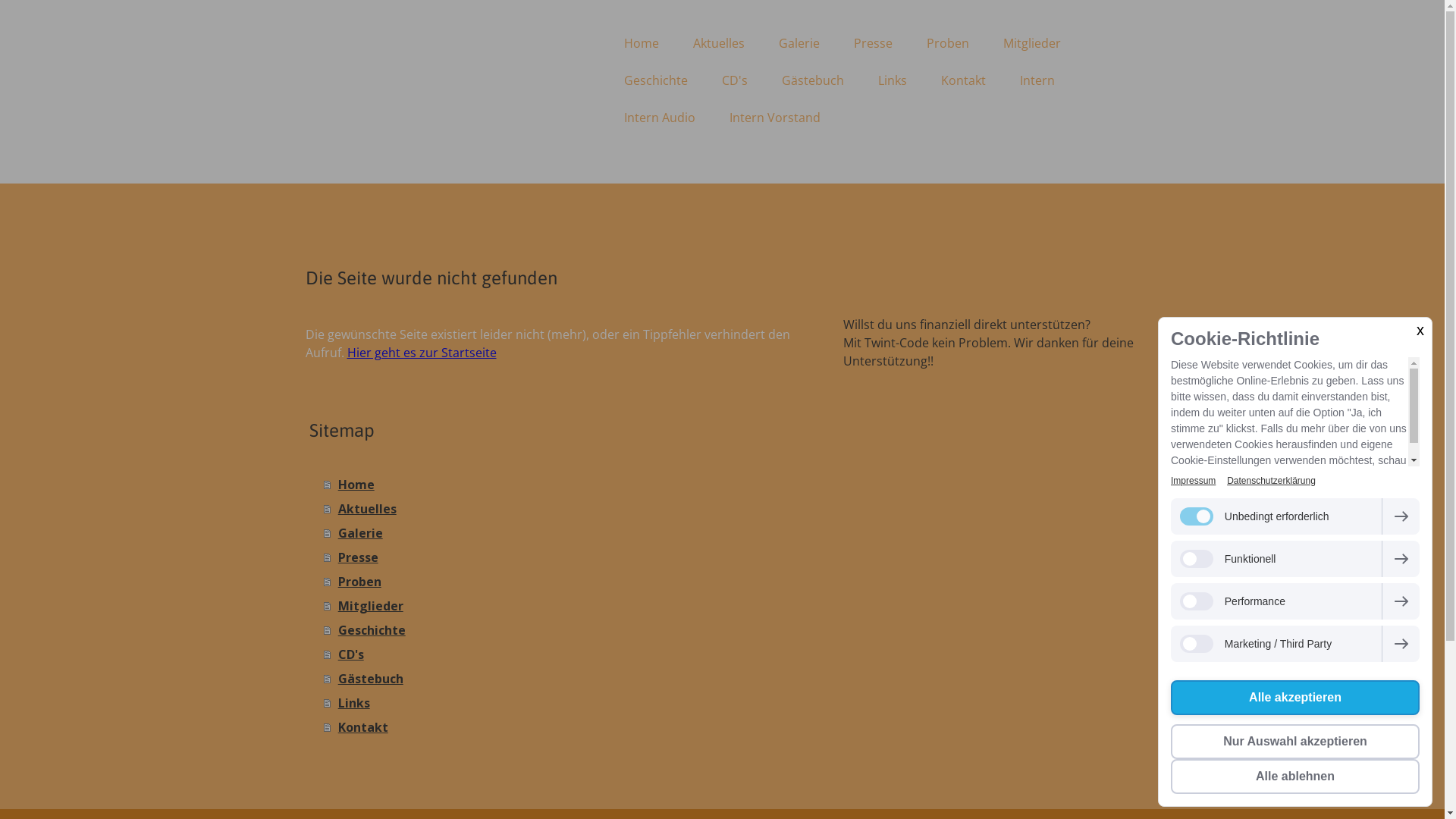  Describe the element at coordinates (567, 726) in the screenshot. I see `'Kontakt'` at that location.